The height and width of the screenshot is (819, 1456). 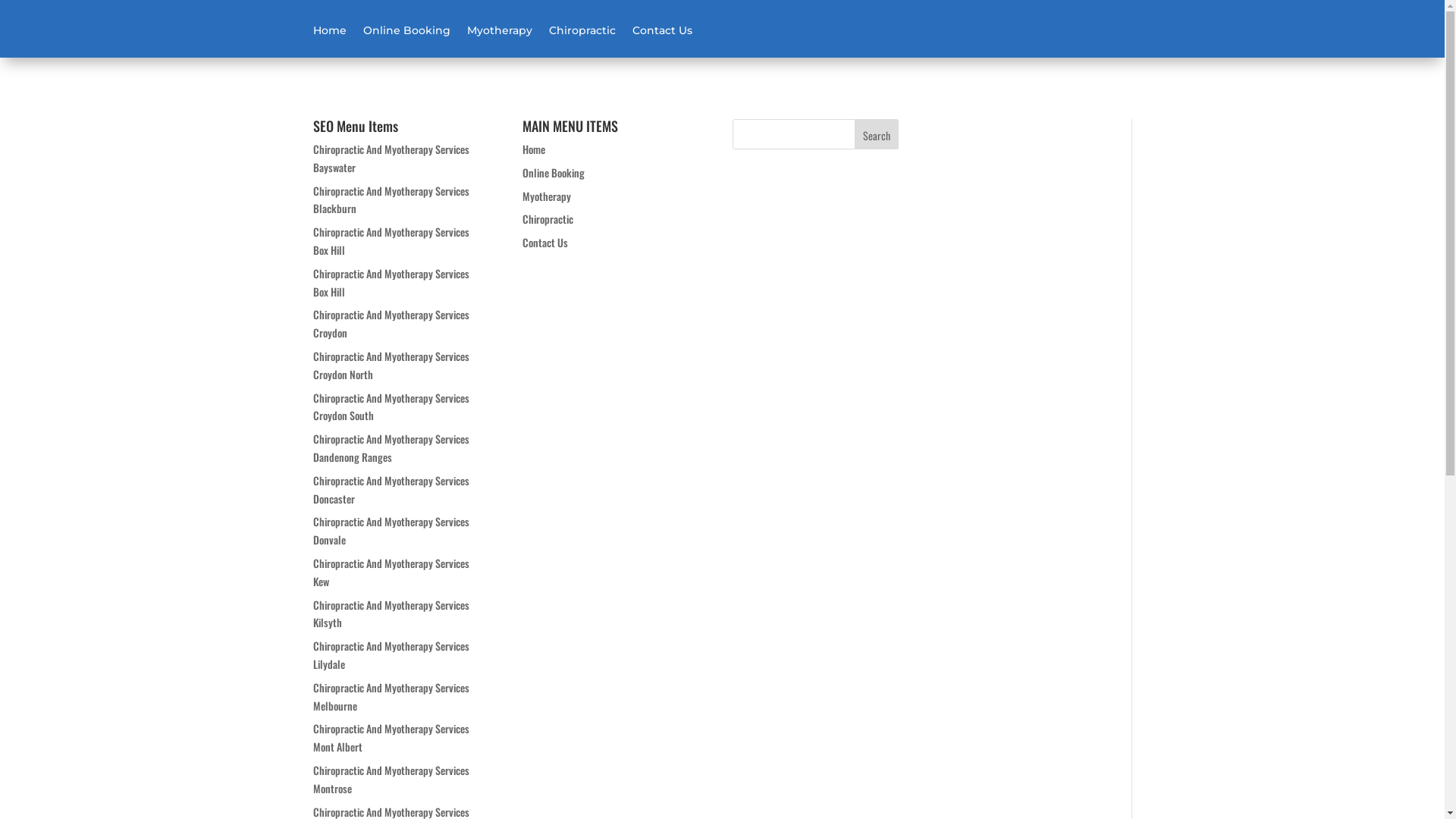 What do you see at coordinates (390, 282) in the screenshot?
I see `'Chiropractic And Myotherapy Services Box Hill'` at bounding box center [390, 282].